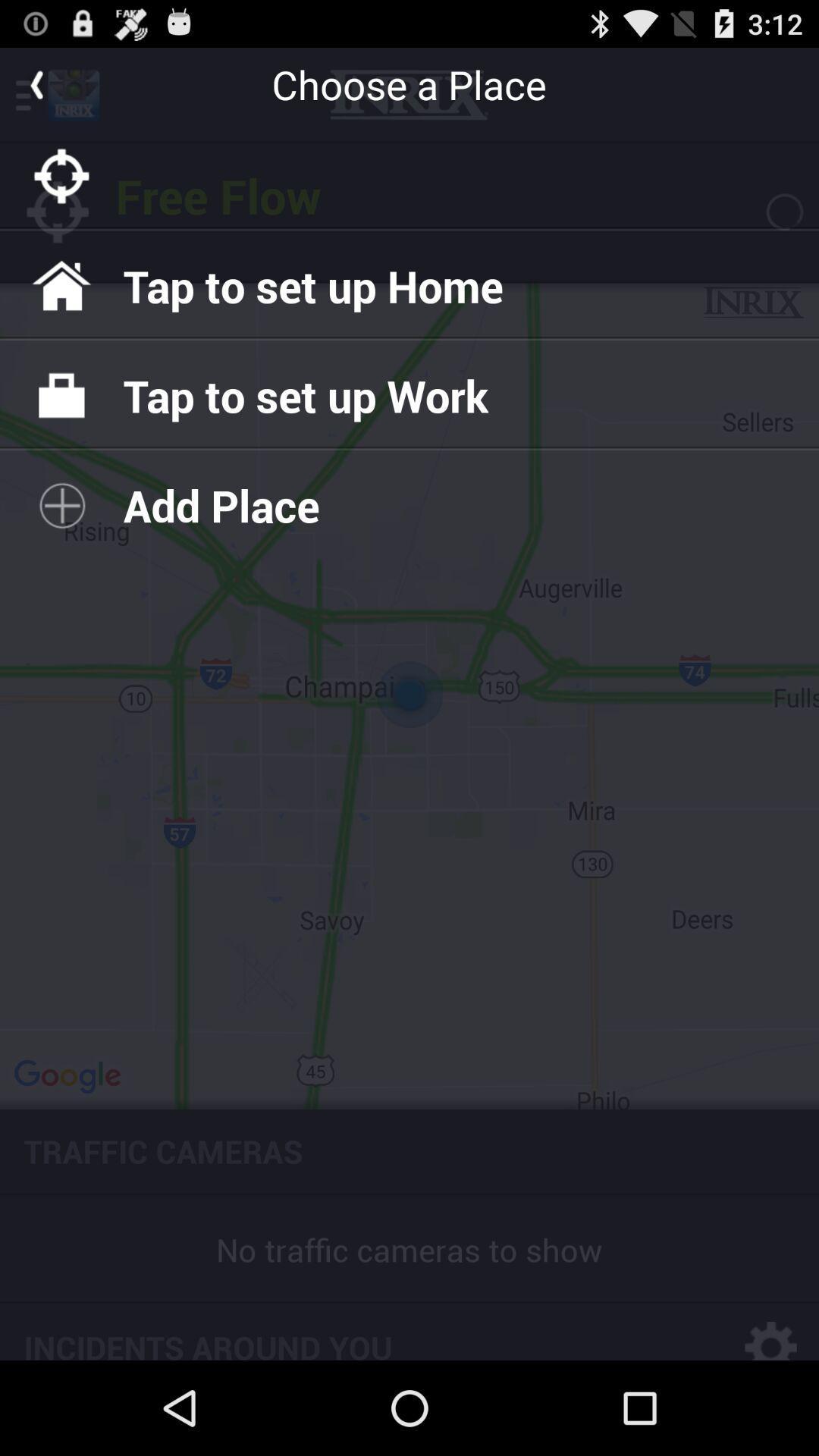 The image size is (819, 1456). I want to click on icon to the left of the choose a place app, so click(35, 83).